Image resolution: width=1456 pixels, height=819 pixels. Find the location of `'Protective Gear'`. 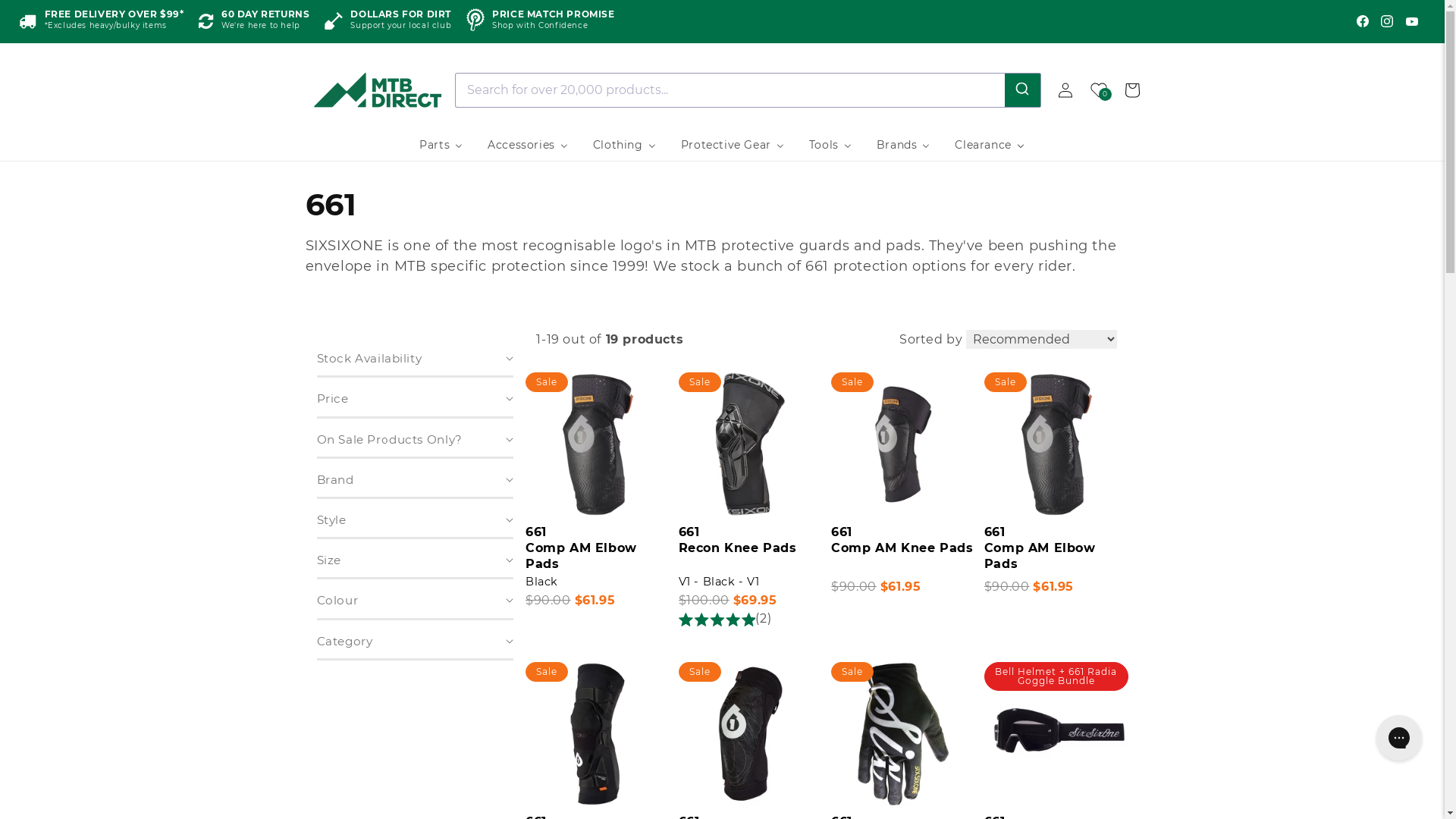

'Protective Gear' is located at coordinates (668, 145).